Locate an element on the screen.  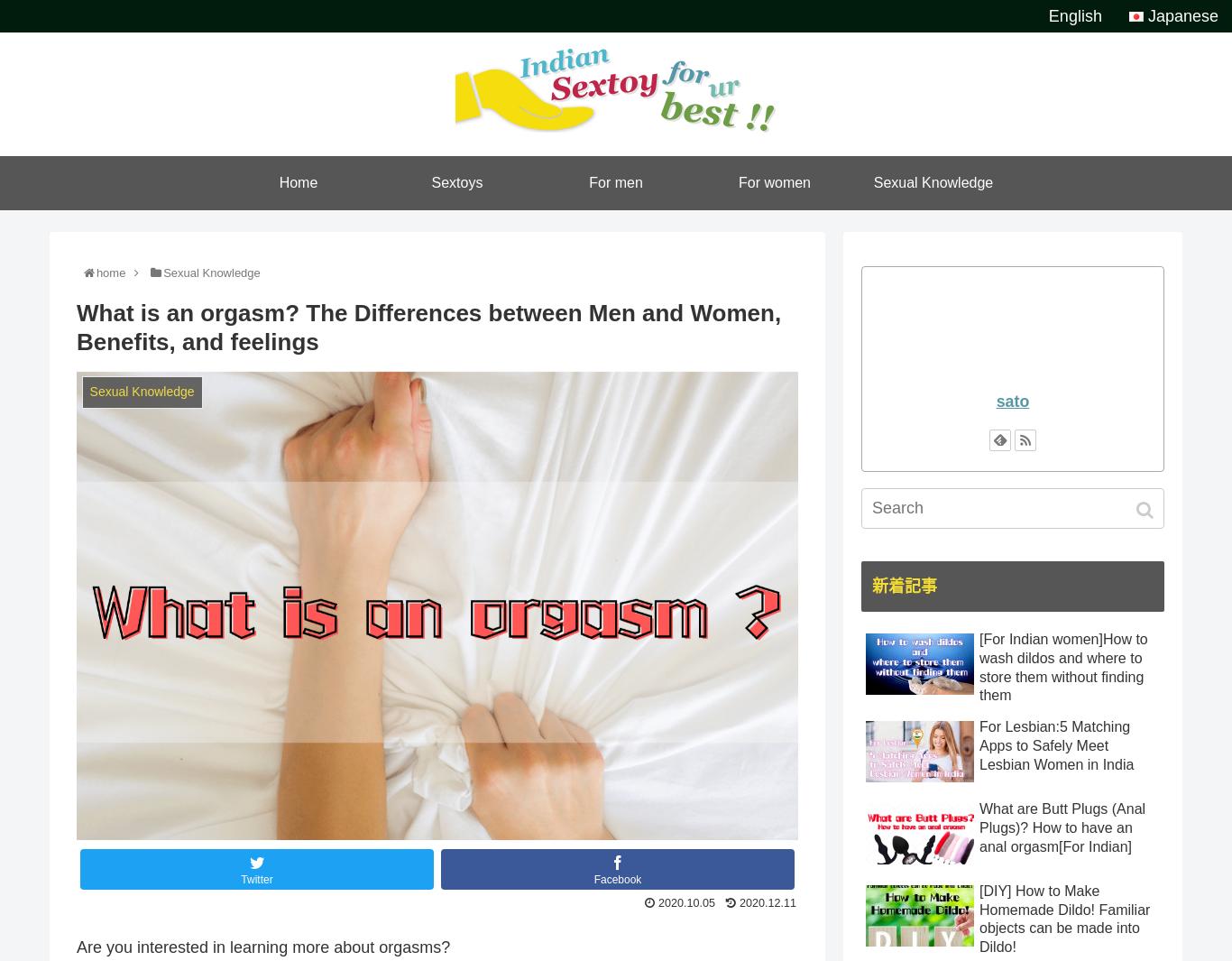
'home' is located at coordinates (109, 272).